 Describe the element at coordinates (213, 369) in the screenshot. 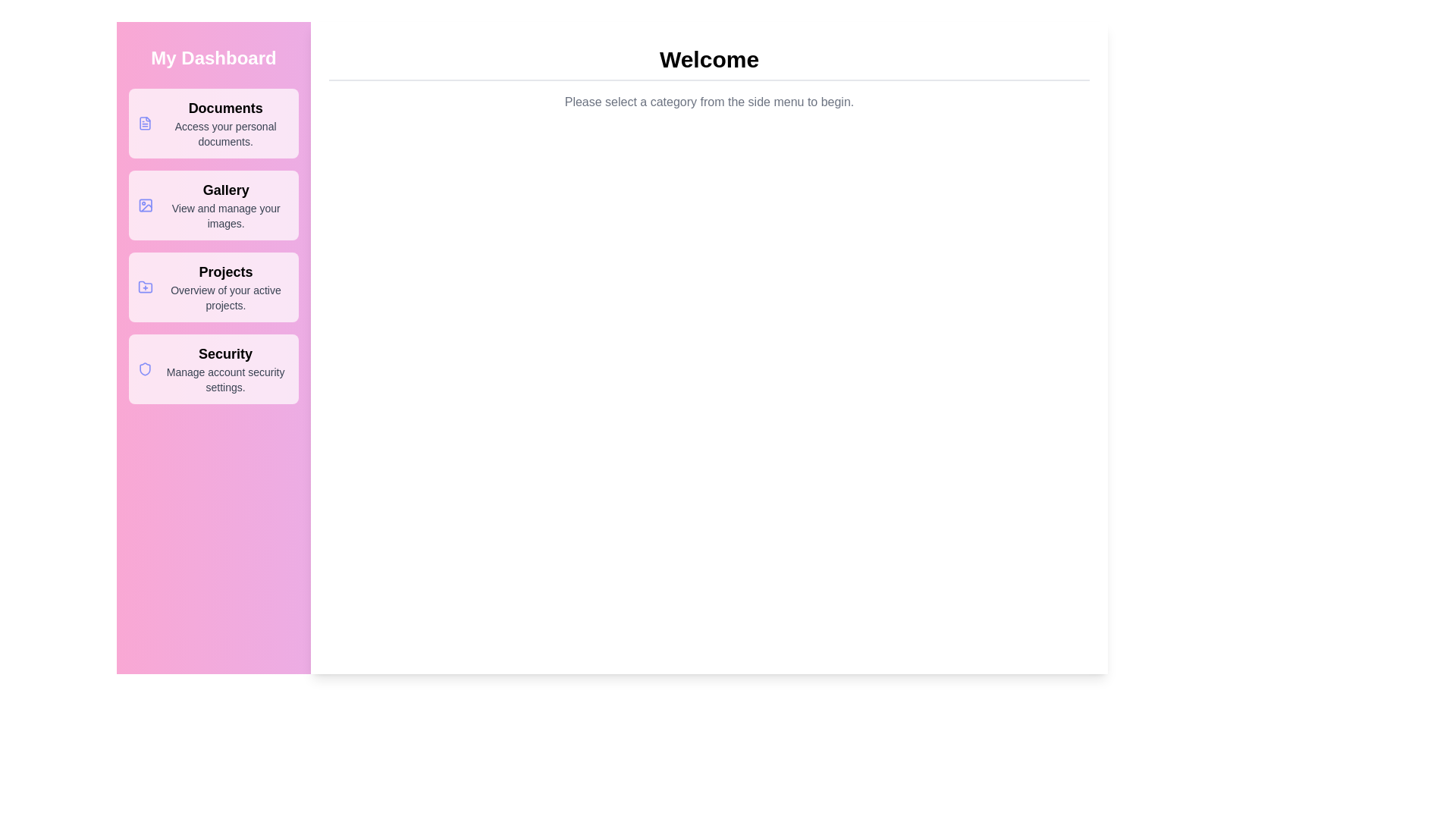

I see `the menu option Security from the available options` at that location.